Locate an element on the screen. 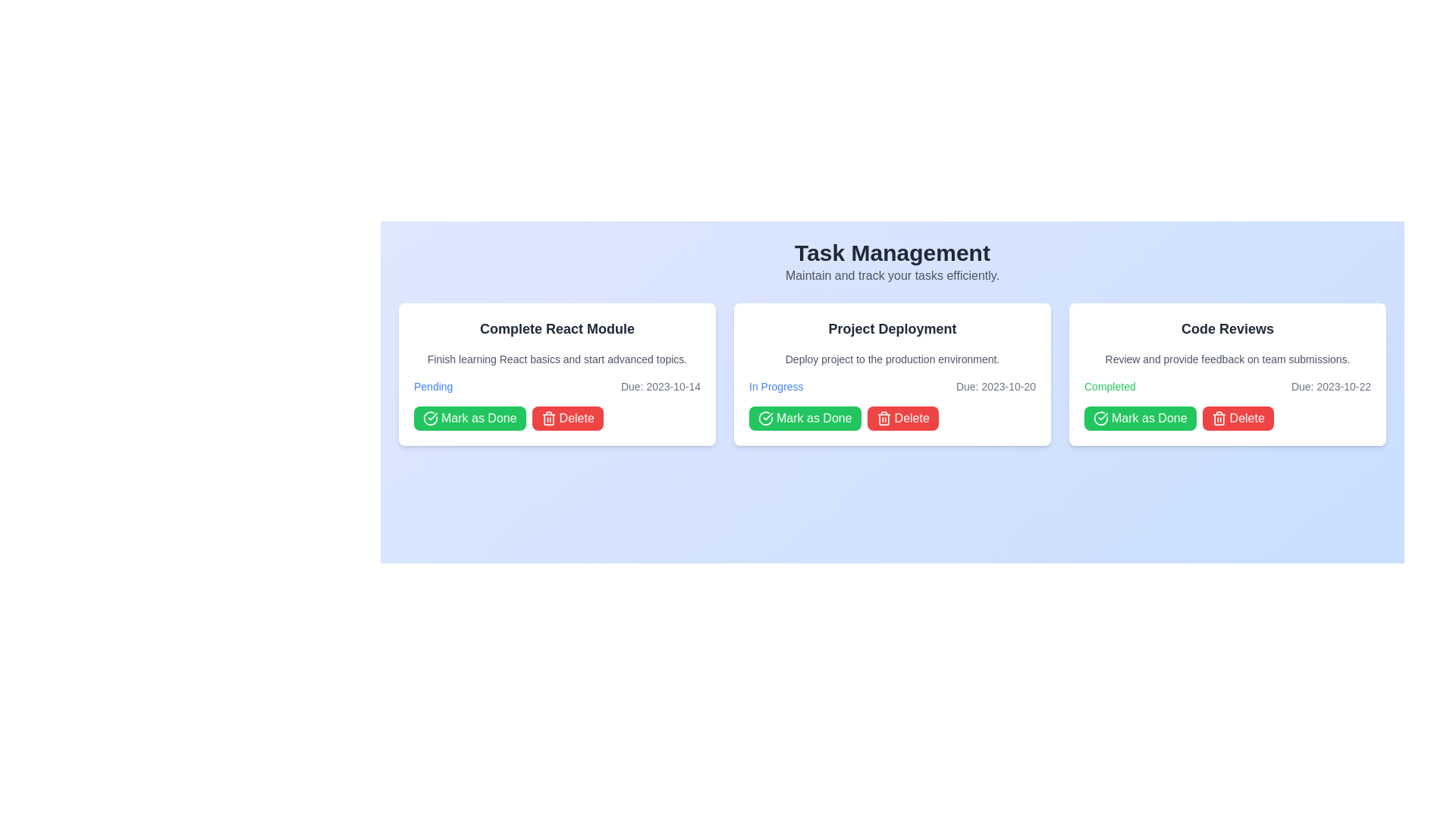  the delete icon located within the red 'Delete' button at the bottom-right corner of the card component is located at coordinates (1219, 418).